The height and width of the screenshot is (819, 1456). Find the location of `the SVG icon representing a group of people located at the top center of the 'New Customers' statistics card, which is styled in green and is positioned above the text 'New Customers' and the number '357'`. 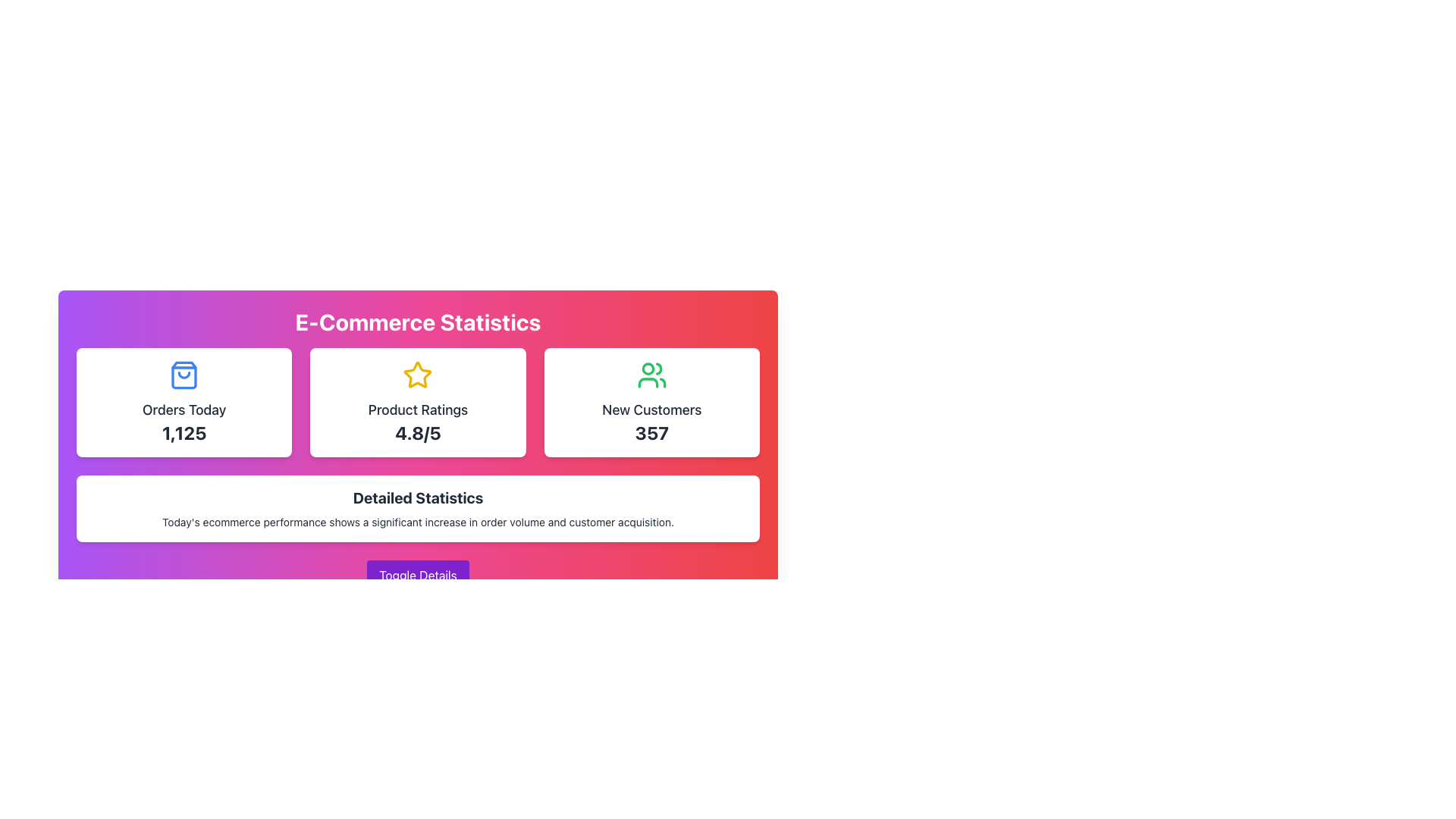

the SVG icon representing a group of people located at the top center of the 'New Customers' statistics card, which is styled in green and is positioned above the text 'New Customers' and the number '357' is located at coordinates (651, 375).